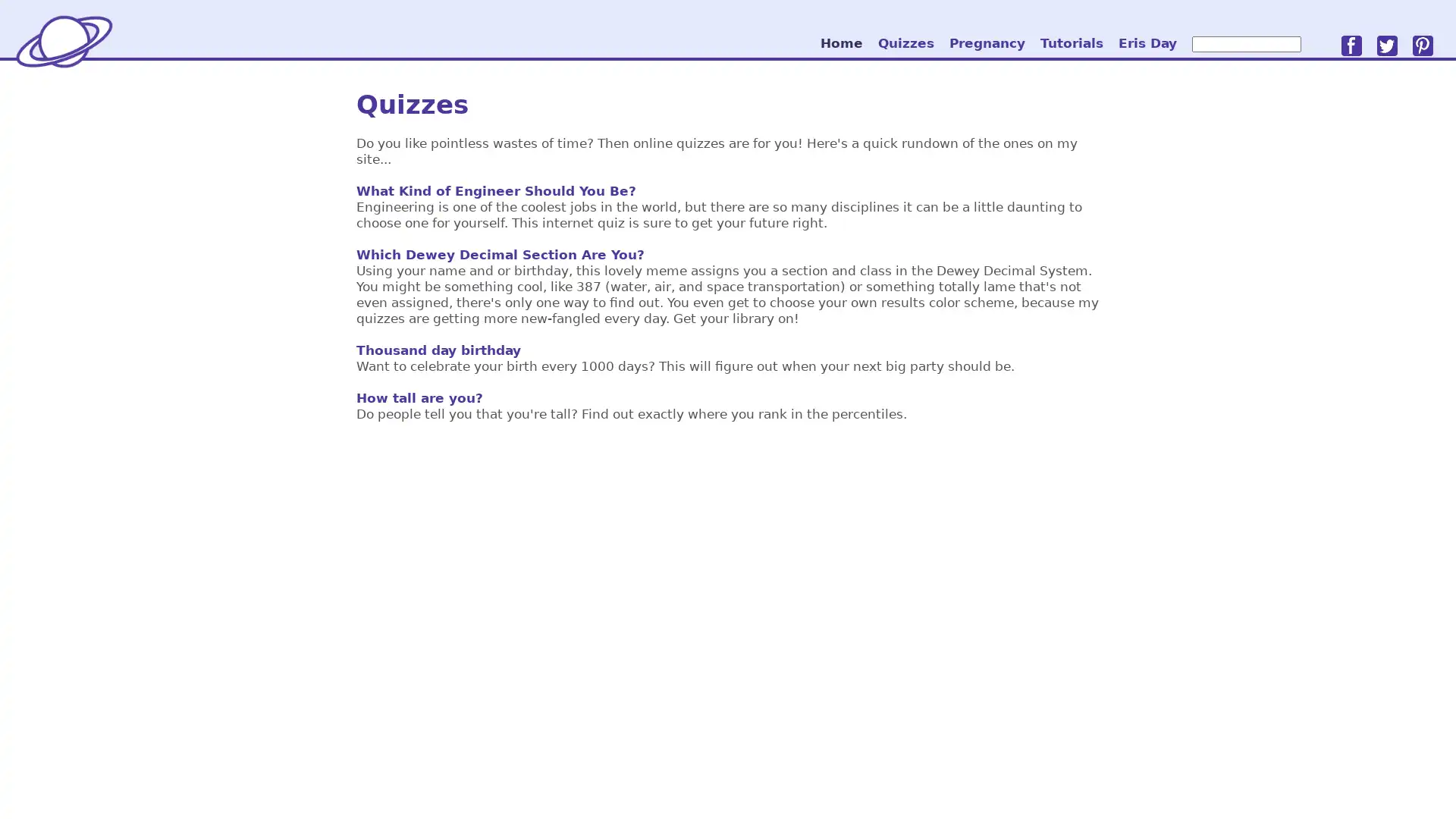 The width and height of the screenshot is (1456, 819). Describe the element at coordinates (1314, 42) in the screenshot. I see `go` at that location.